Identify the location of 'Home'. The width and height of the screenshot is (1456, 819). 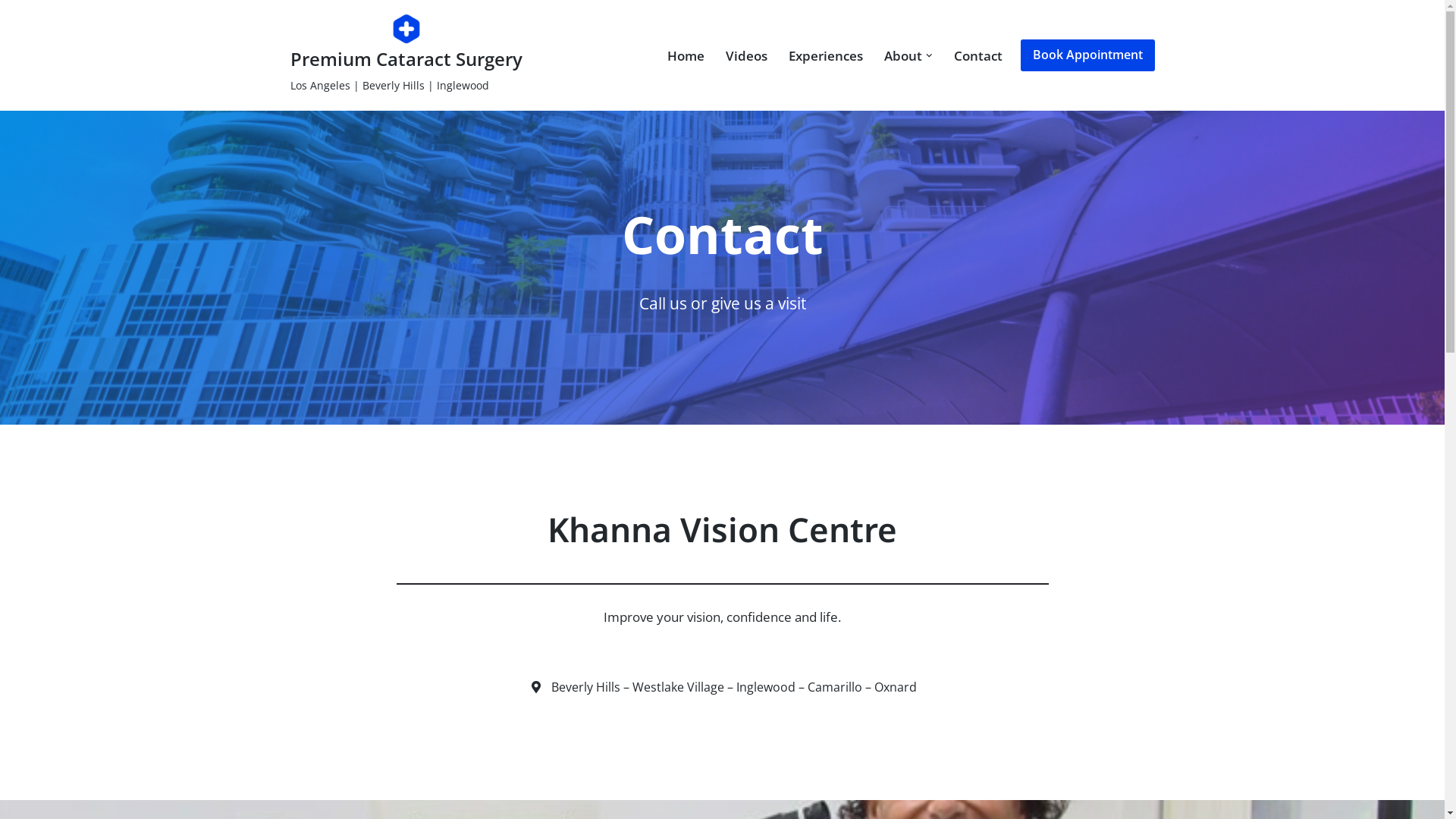
(685, 55).